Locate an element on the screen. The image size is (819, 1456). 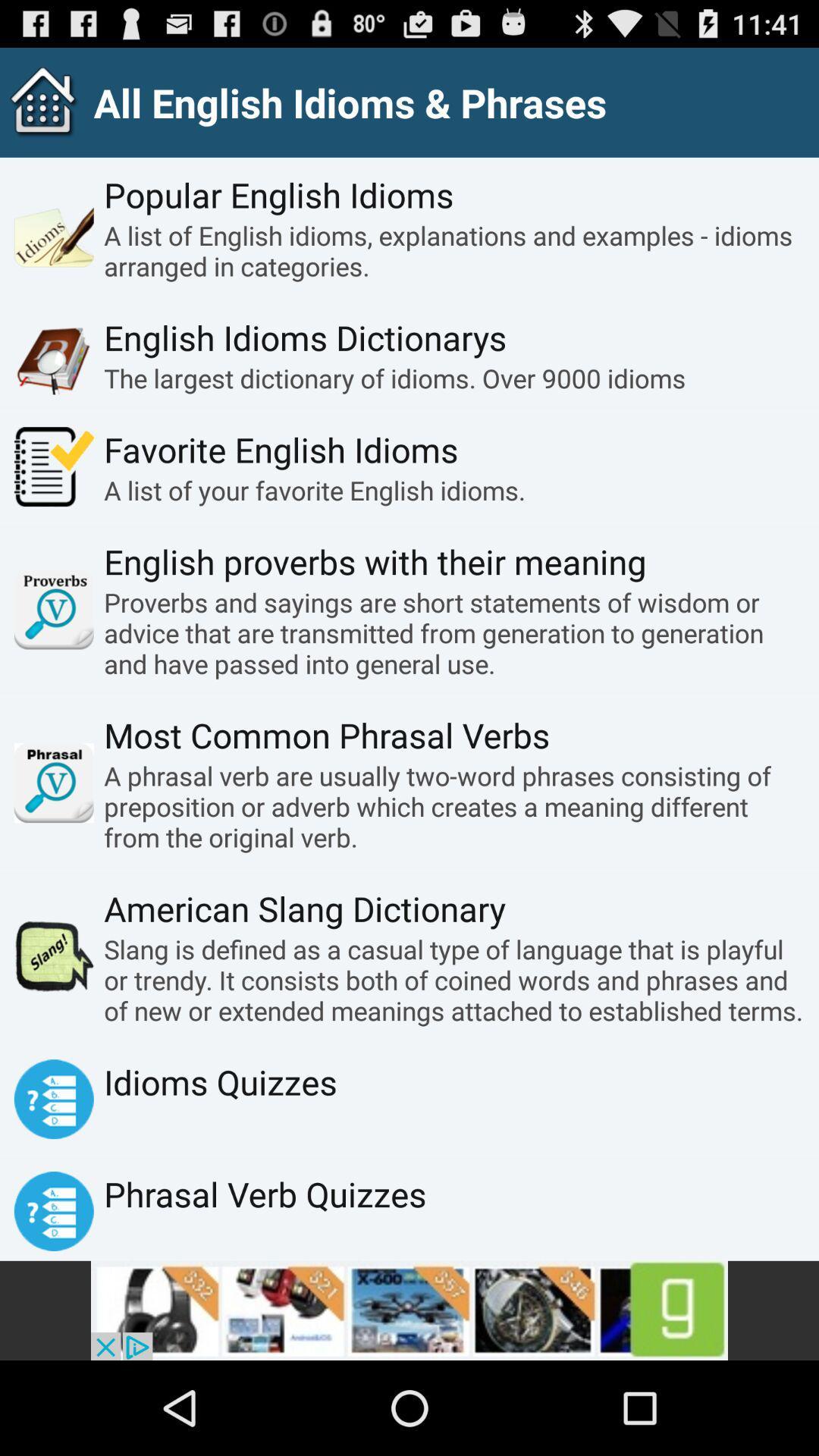
advertisement page is located at coordinates (409, 1310).